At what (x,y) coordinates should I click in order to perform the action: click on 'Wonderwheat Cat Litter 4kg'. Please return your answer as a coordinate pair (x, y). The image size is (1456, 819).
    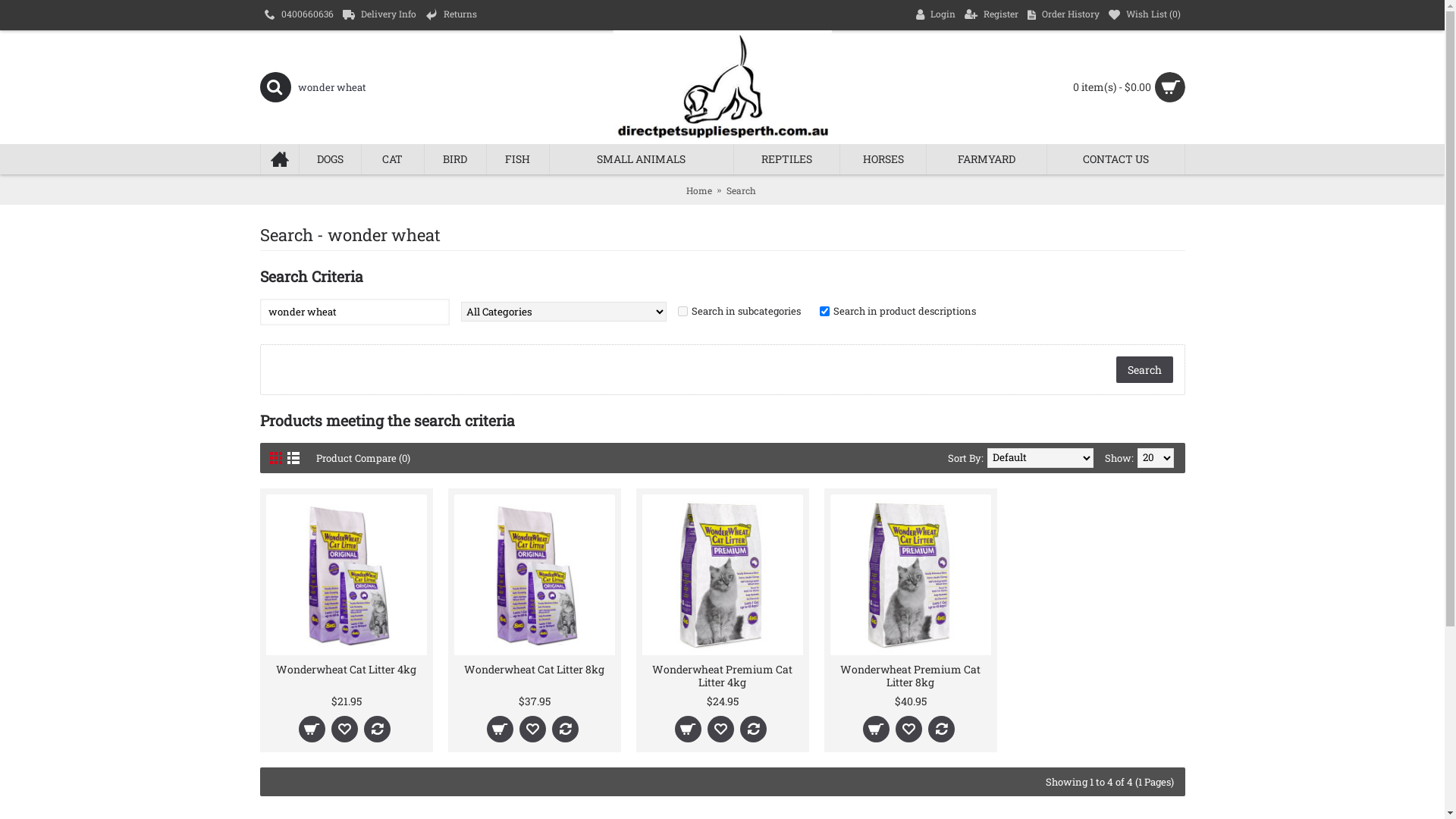
    Looking at the image, I should click on (265, 667).